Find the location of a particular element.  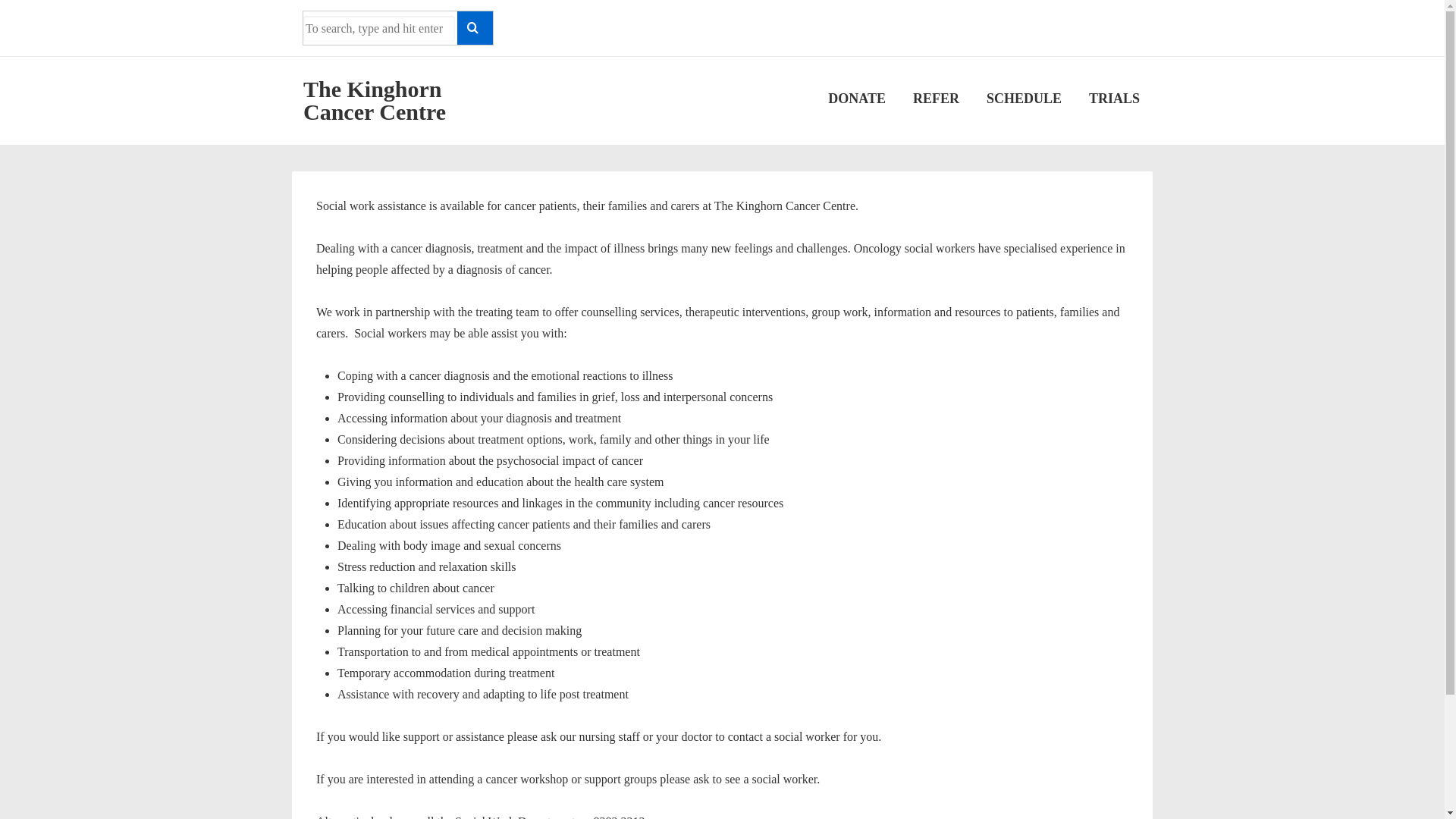

'DONATE' is located at coordinates (814, 99).